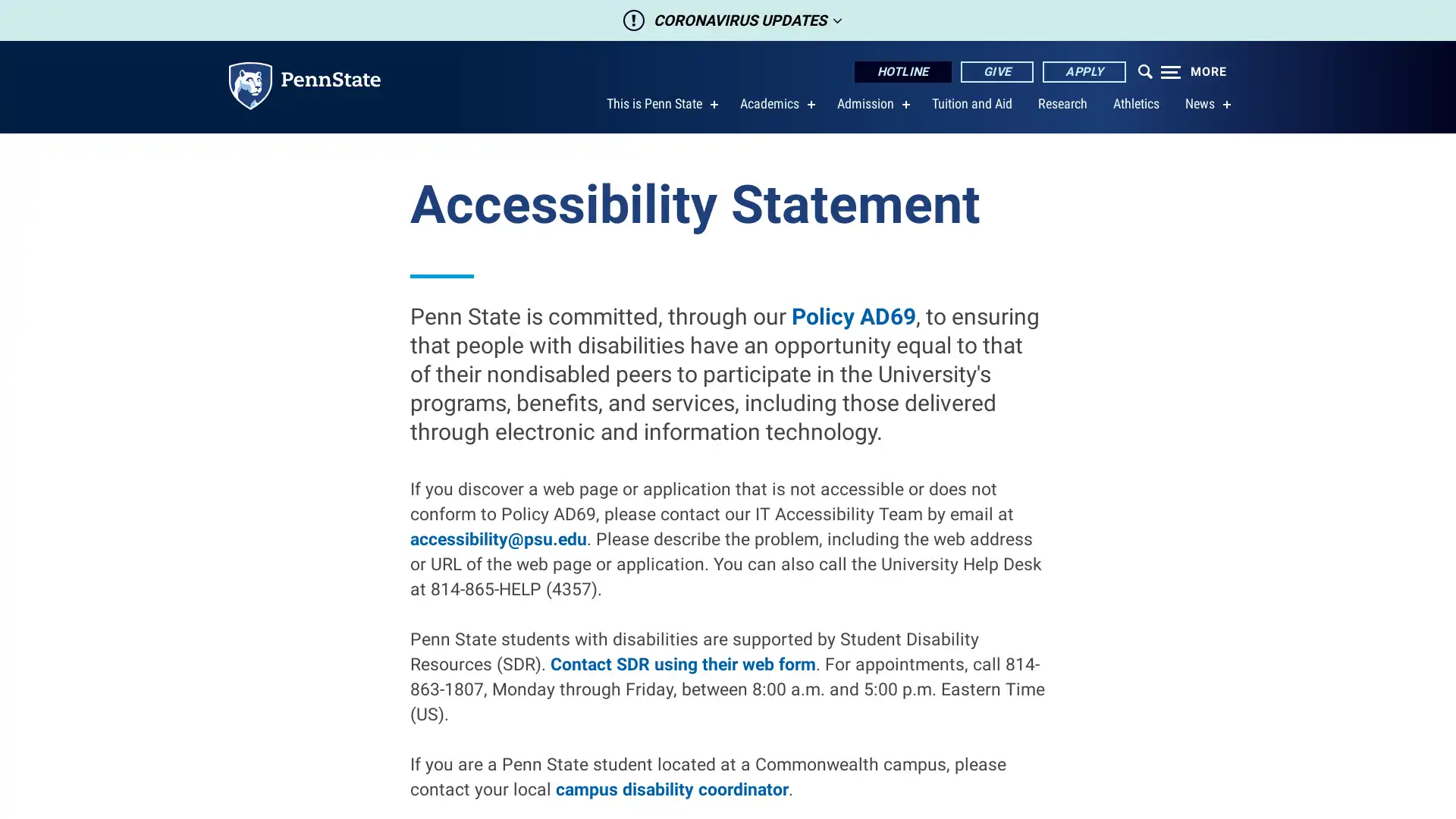 Image resolution: width=1456 pixels, height=819 pixels. Describe the element at coordinates (1193, 71) in the screenshot. I see `Expand navigation menu` at that location.